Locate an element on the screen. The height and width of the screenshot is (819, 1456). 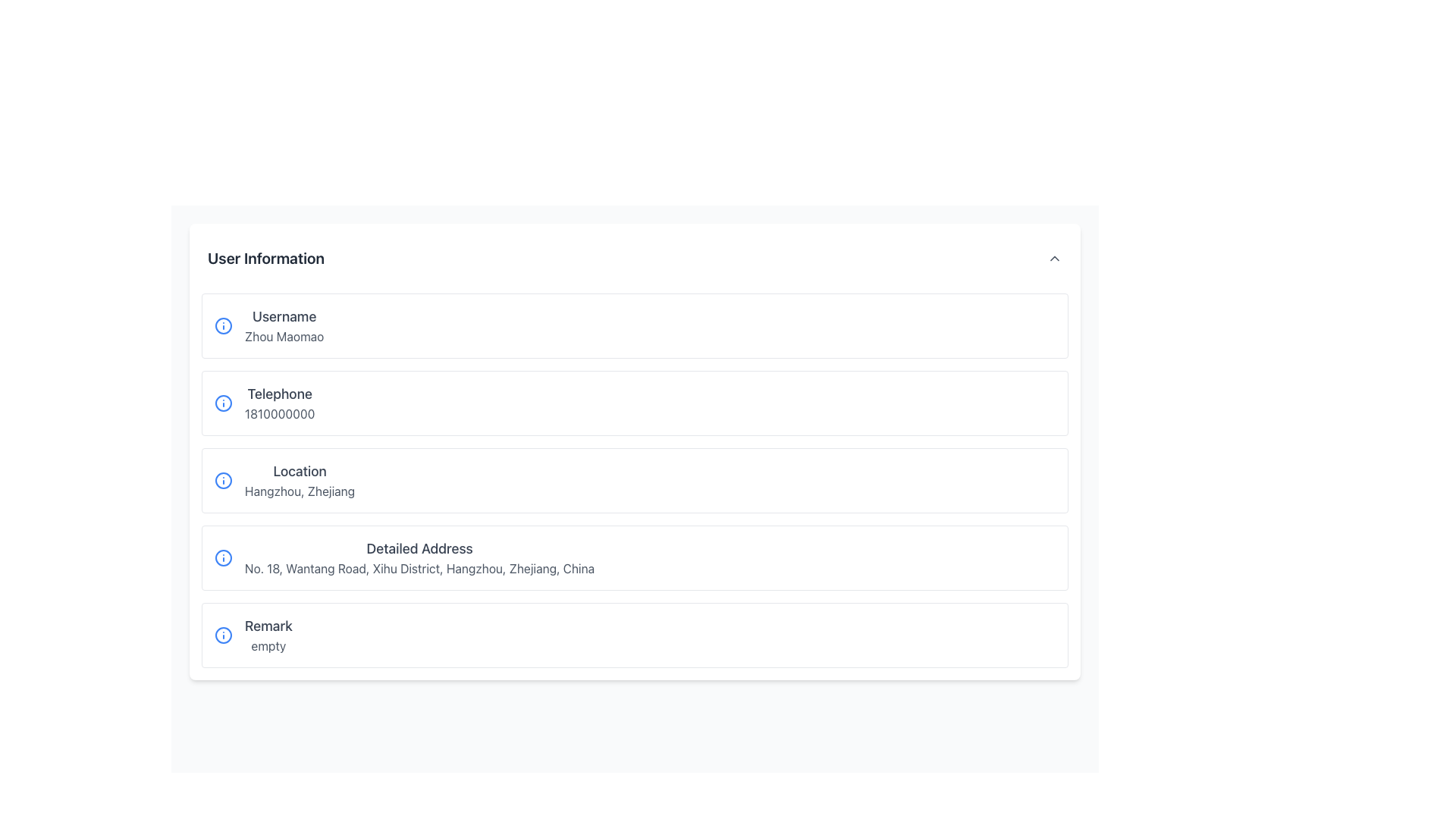
the 'Telephone' text display element that shows the number '1810000000' located in the 'User Information' section, positioned centrally in the left column is located at coordinates (280, 403).